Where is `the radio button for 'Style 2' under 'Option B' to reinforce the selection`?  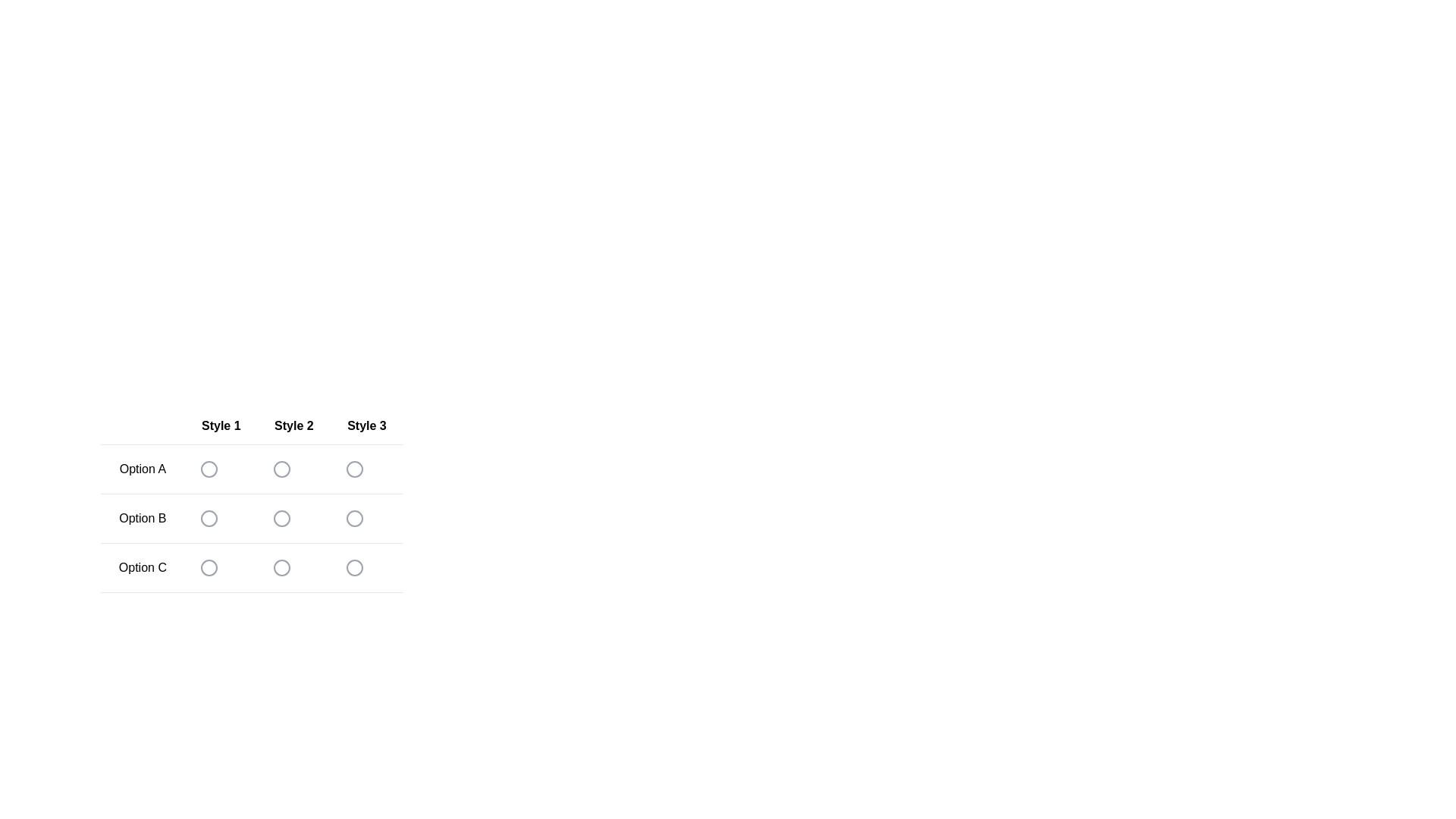 the radio button for 'Style 2' under 'Option B' to reinforce the selection is located at coordinates (293, 517).